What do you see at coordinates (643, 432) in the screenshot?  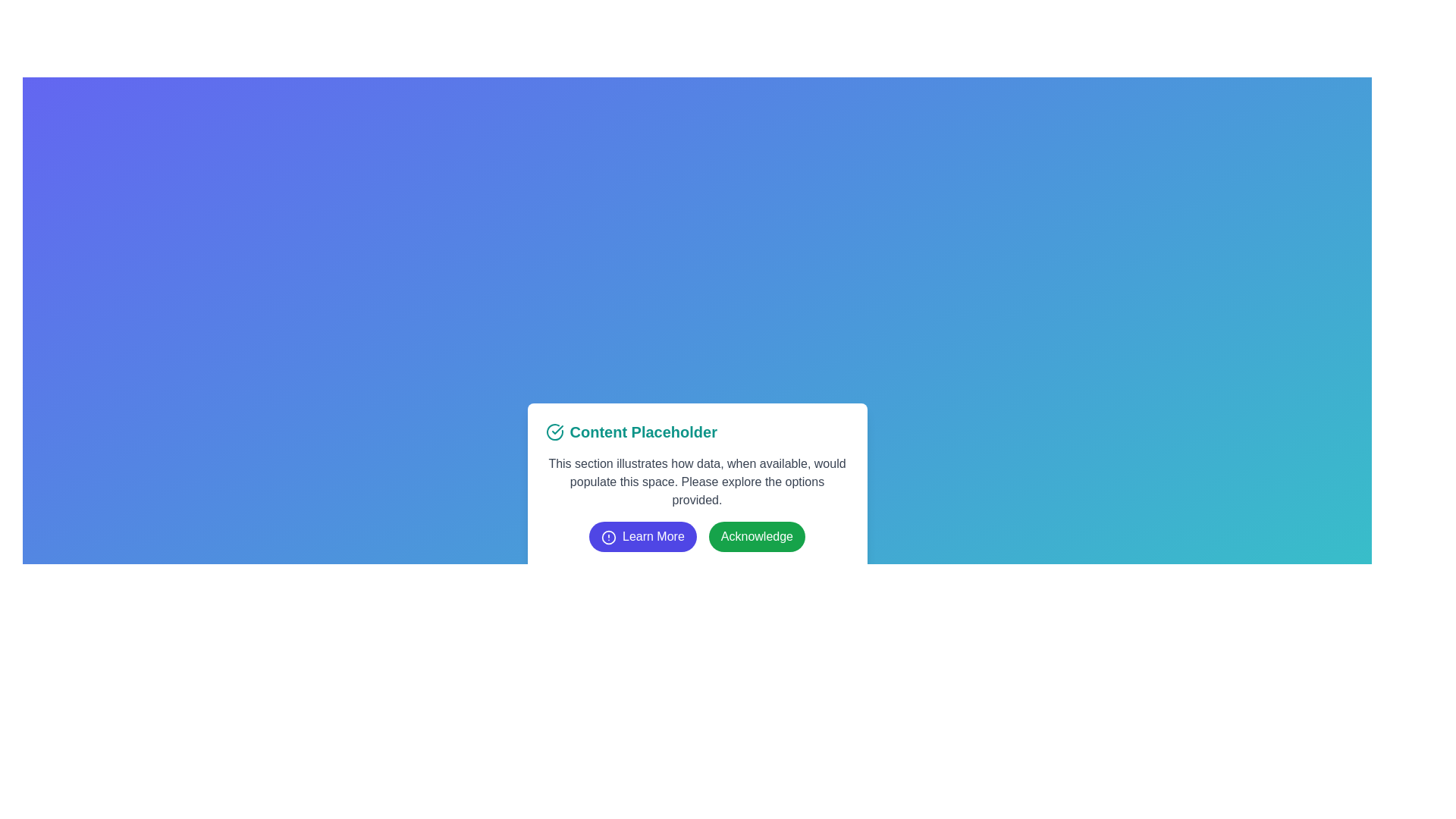 I see `the Text label that displays 'Content Placeholder', which is styled in bold and large font, located near the top center of a white card with a teal checkmark icon to its left` at bounding box center [643, 432].